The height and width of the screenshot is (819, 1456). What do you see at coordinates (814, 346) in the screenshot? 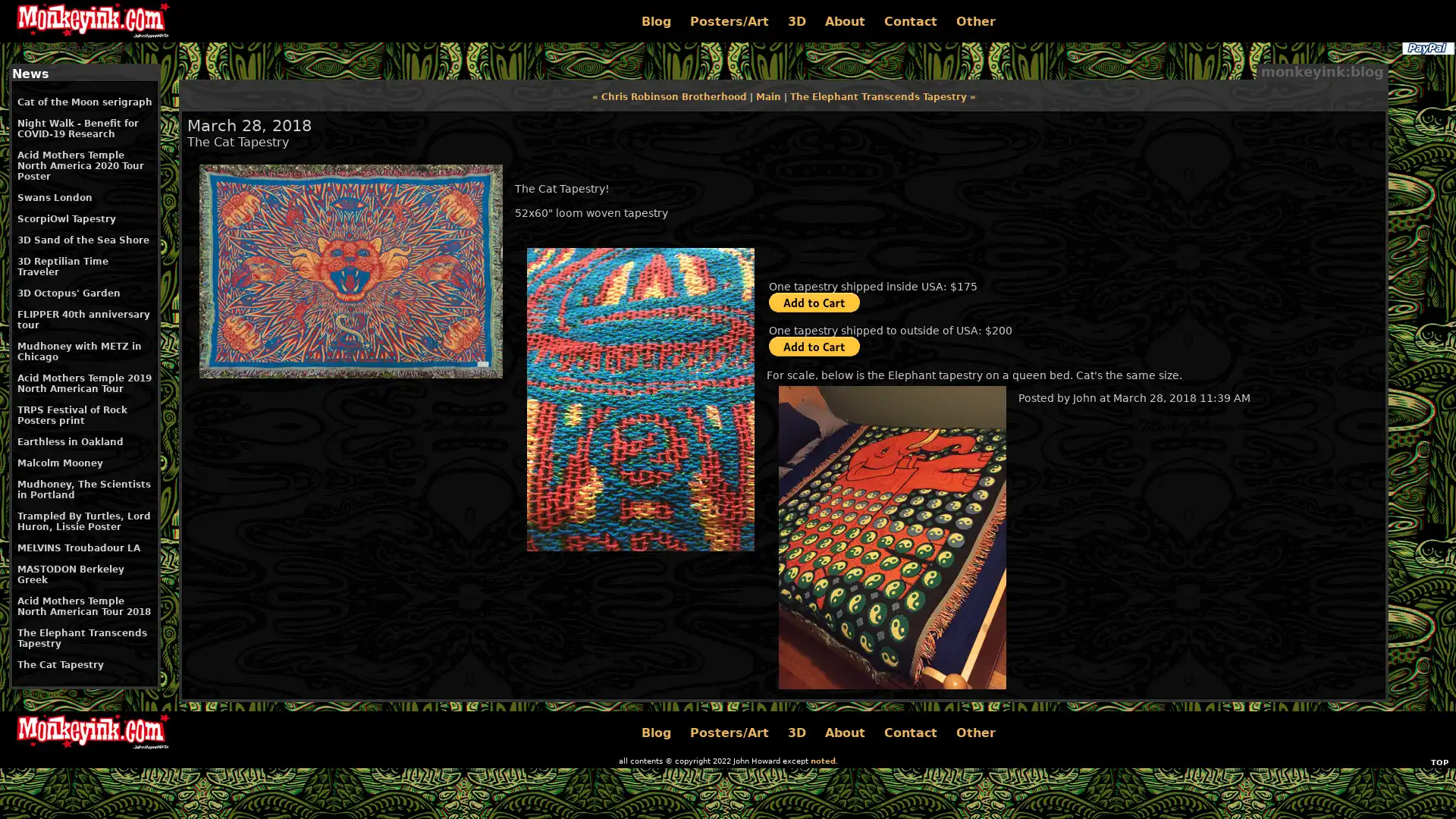
I see `PayPal - The safer, easier way to pay online!` at bounding box center [814, 346].